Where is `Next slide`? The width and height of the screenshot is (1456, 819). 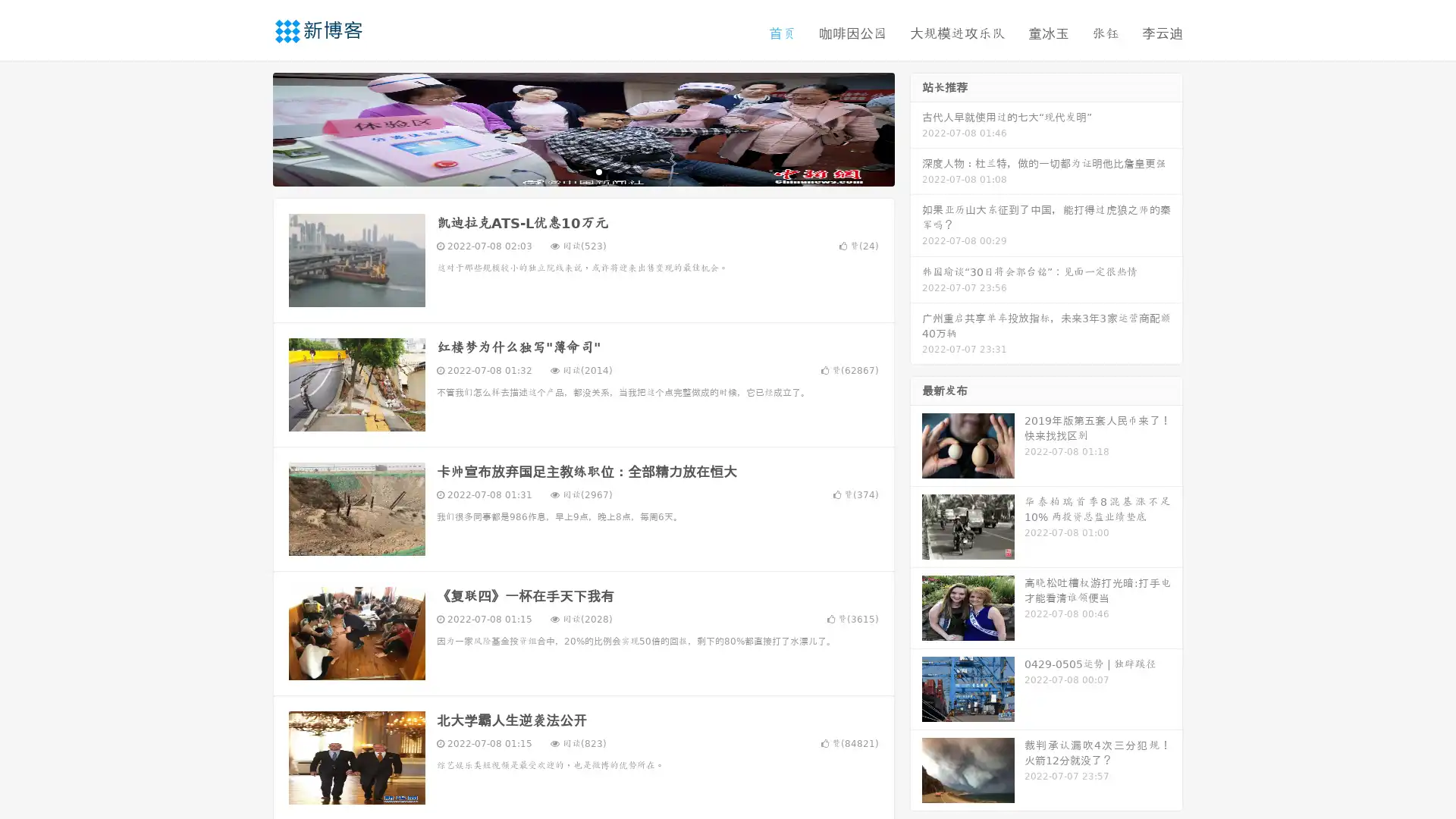 Next slide is located at coordinates (916, 127).